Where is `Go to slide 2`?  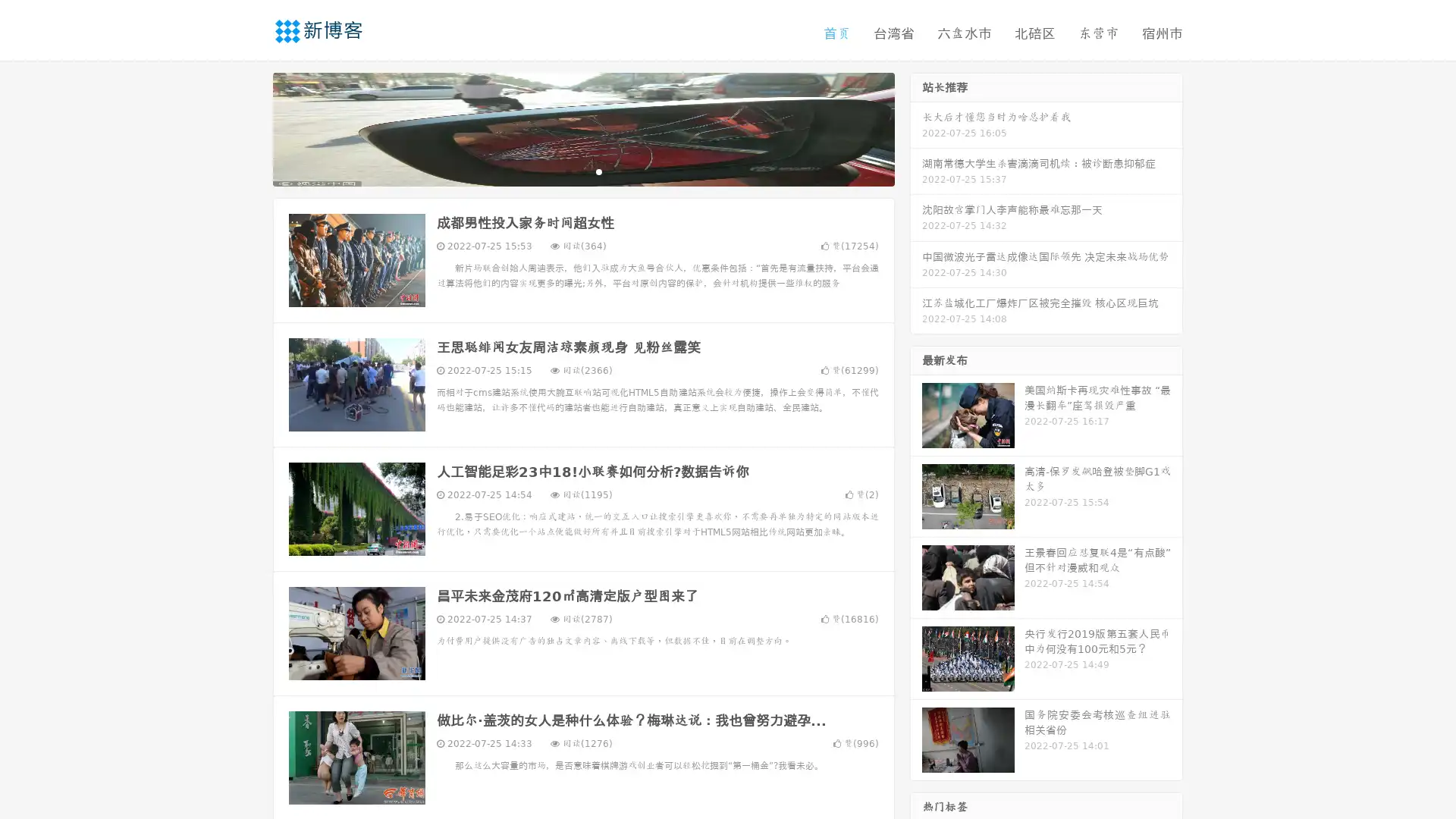
Go to slide 2 is located at coordinates (582, 171).